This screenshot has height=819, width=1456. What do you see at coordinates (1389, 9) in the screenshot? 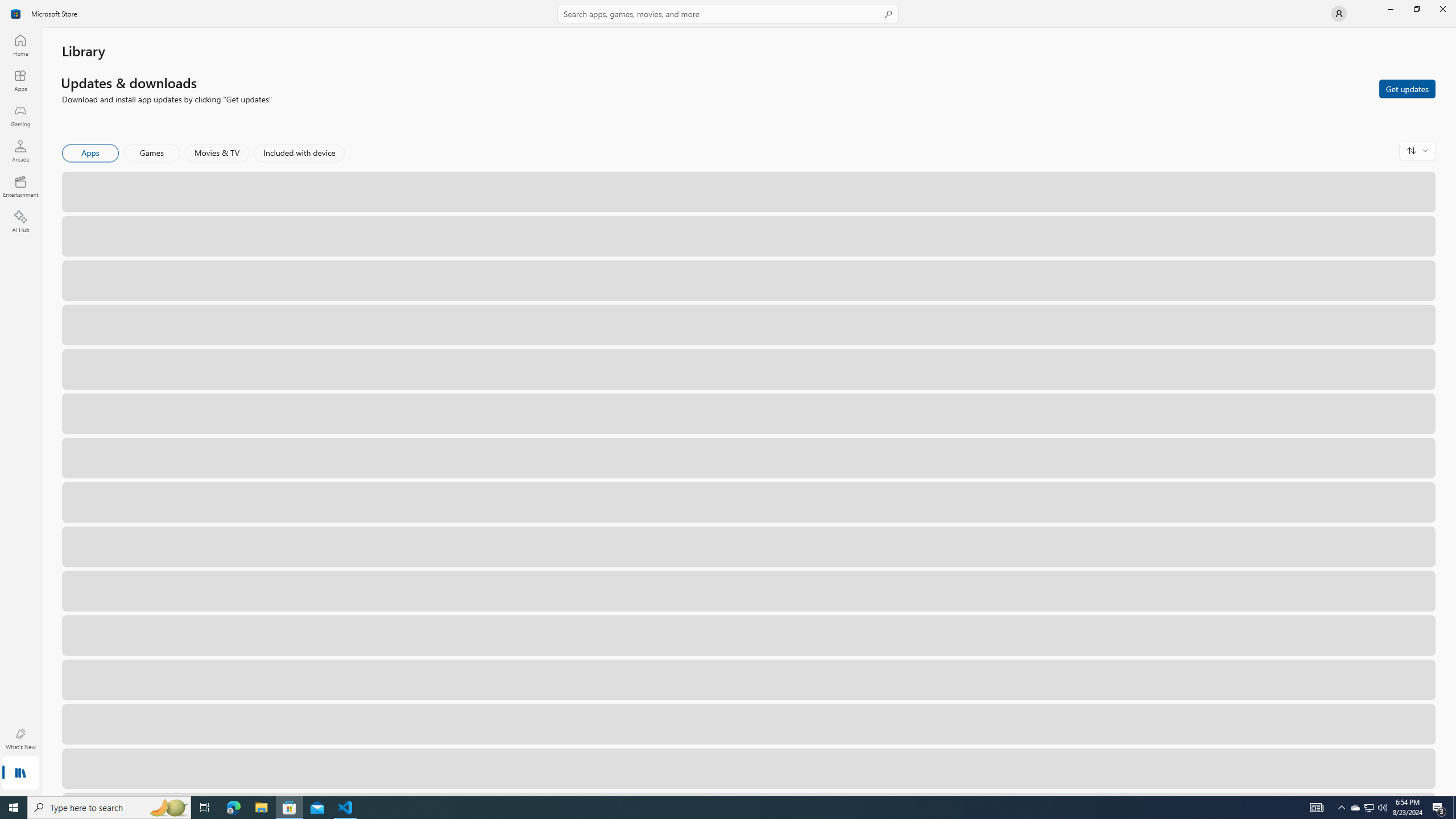
I see `'Minimize Microsoft Store'` at bounding box center [1389, 9].